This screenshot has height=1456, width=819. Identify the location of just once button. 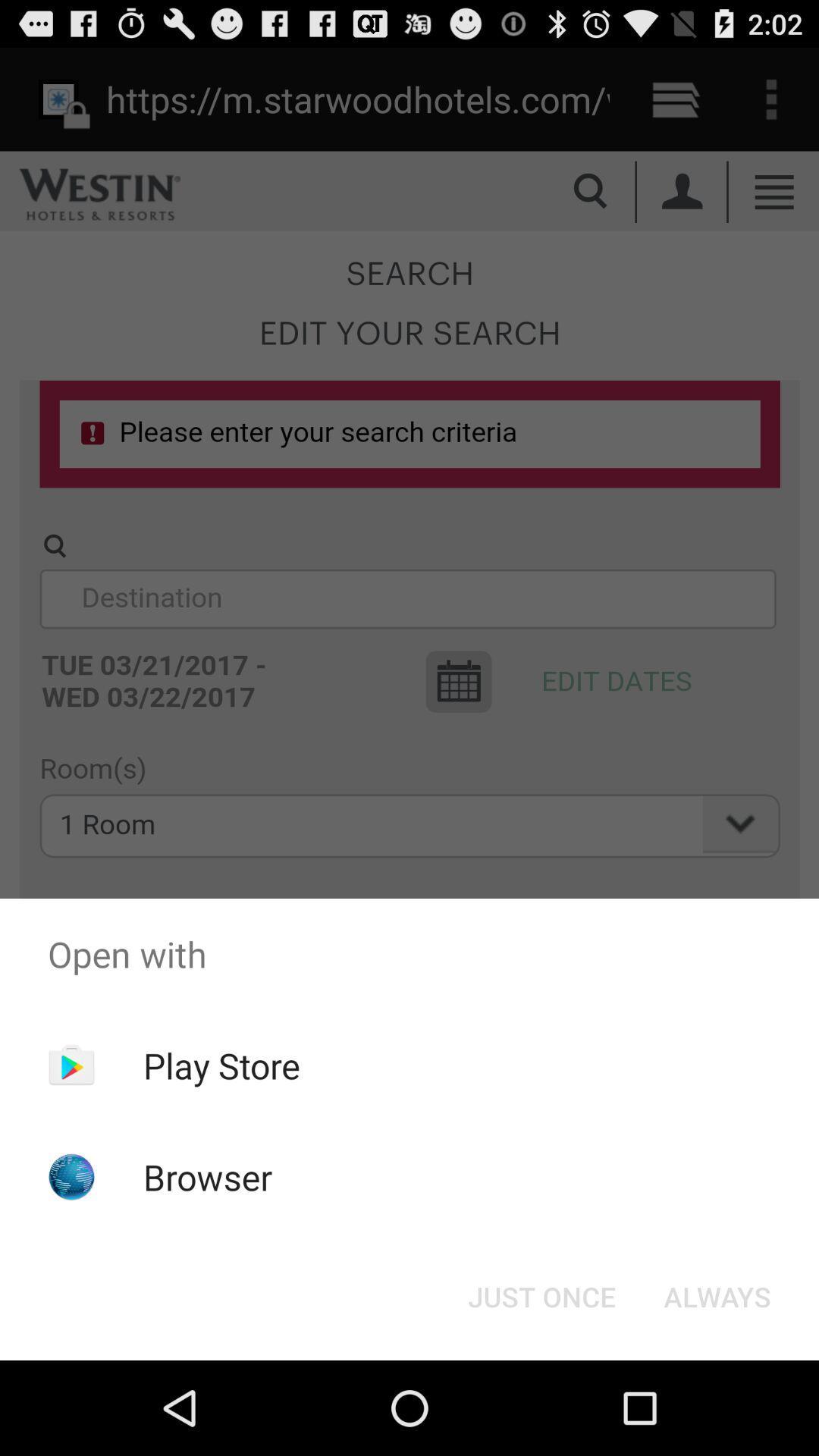
(541, 1295).